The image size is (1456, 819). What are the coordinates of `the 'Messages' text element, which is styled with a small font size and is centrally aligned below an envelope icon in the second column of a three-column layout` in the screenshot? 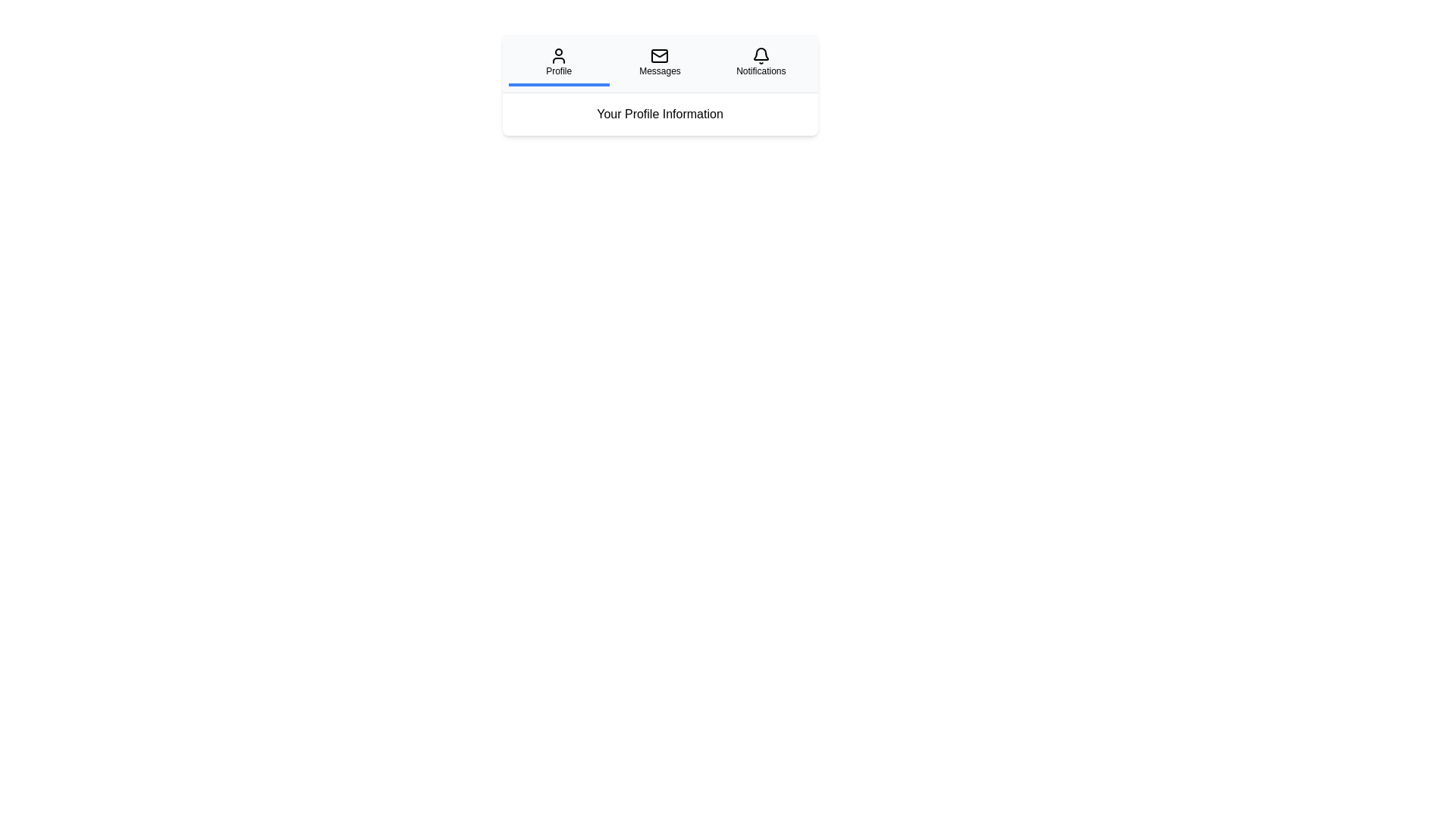 It's located at (660, 71).